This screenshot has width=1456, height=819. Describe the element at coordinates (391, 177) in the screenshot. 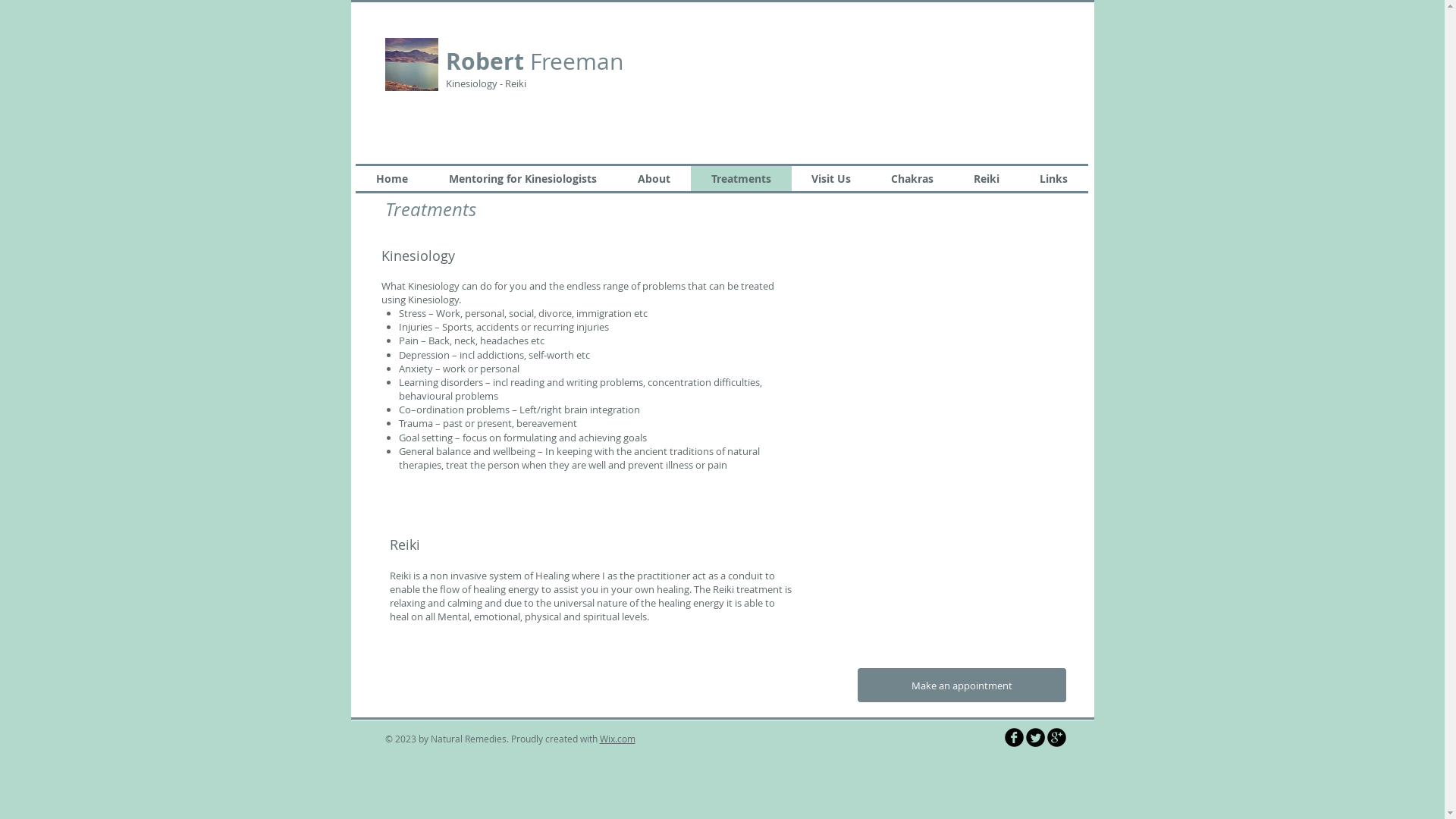

I see `'Home'` at that location.